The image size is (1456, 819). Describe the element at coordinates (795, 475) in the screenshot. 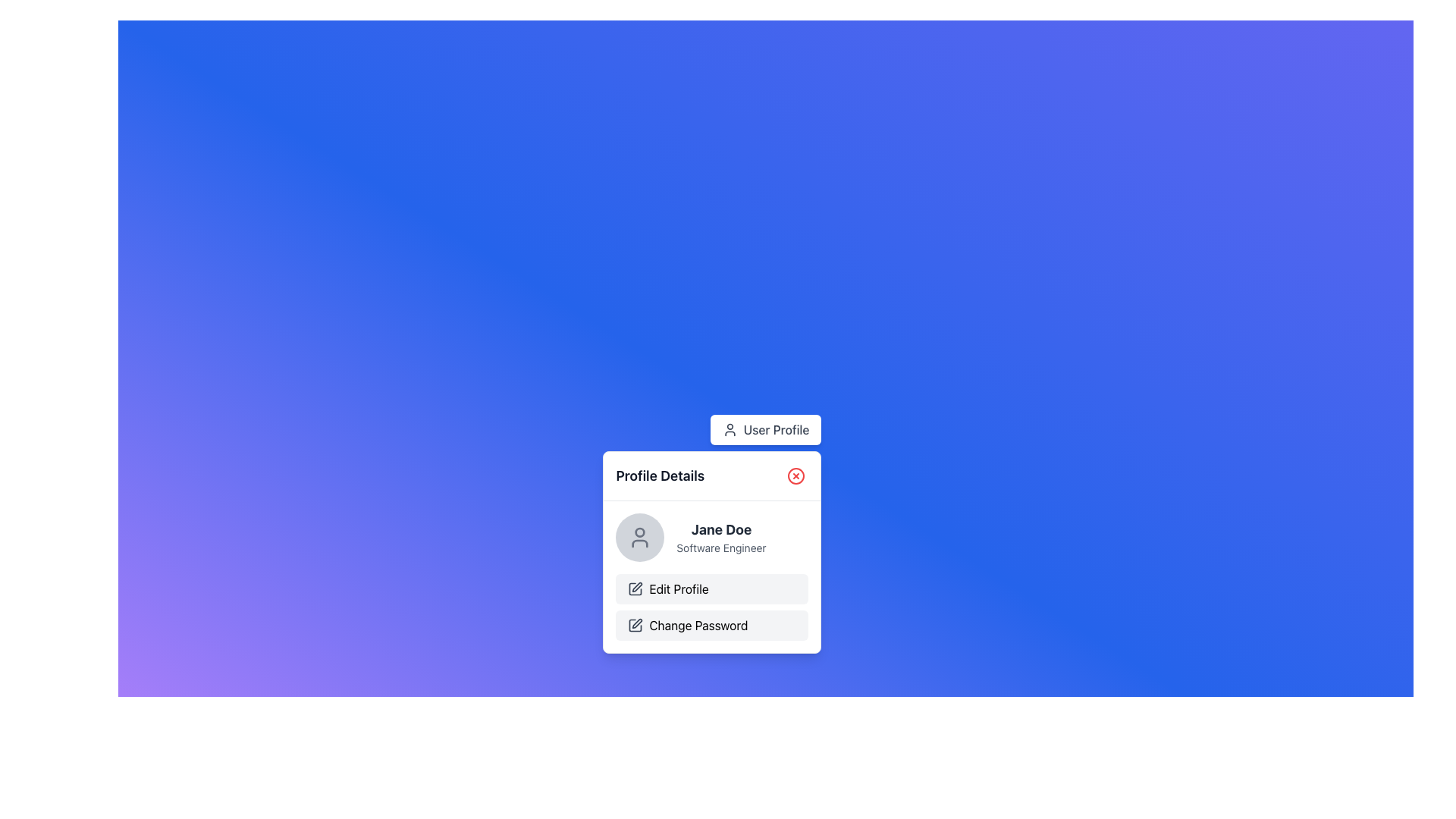

I see `the close Icon button located at the top-right corner of the 'Profile Details' section` at that location.